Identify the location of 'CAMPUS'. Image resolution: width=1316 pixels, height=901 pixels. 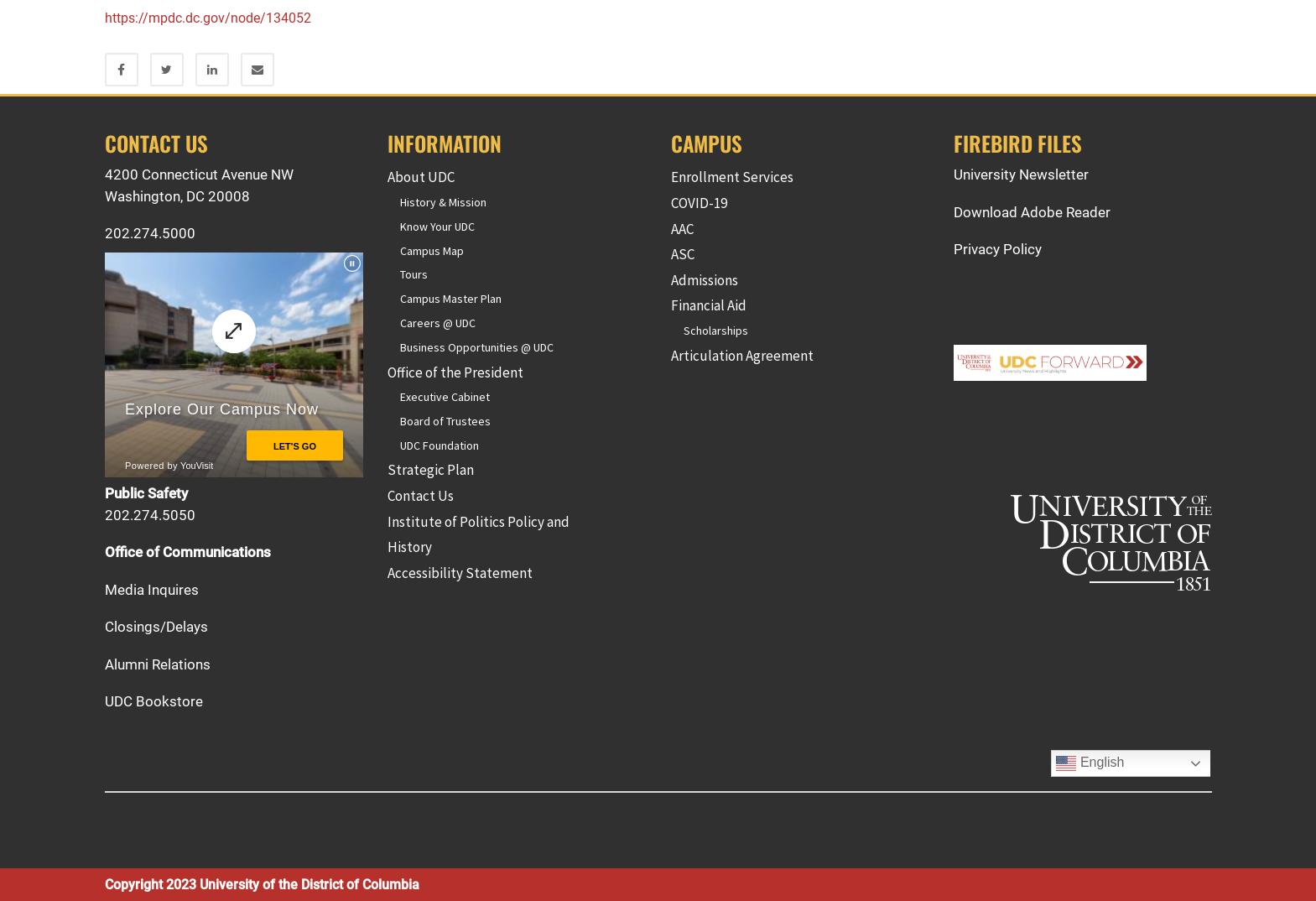
(705, 143).